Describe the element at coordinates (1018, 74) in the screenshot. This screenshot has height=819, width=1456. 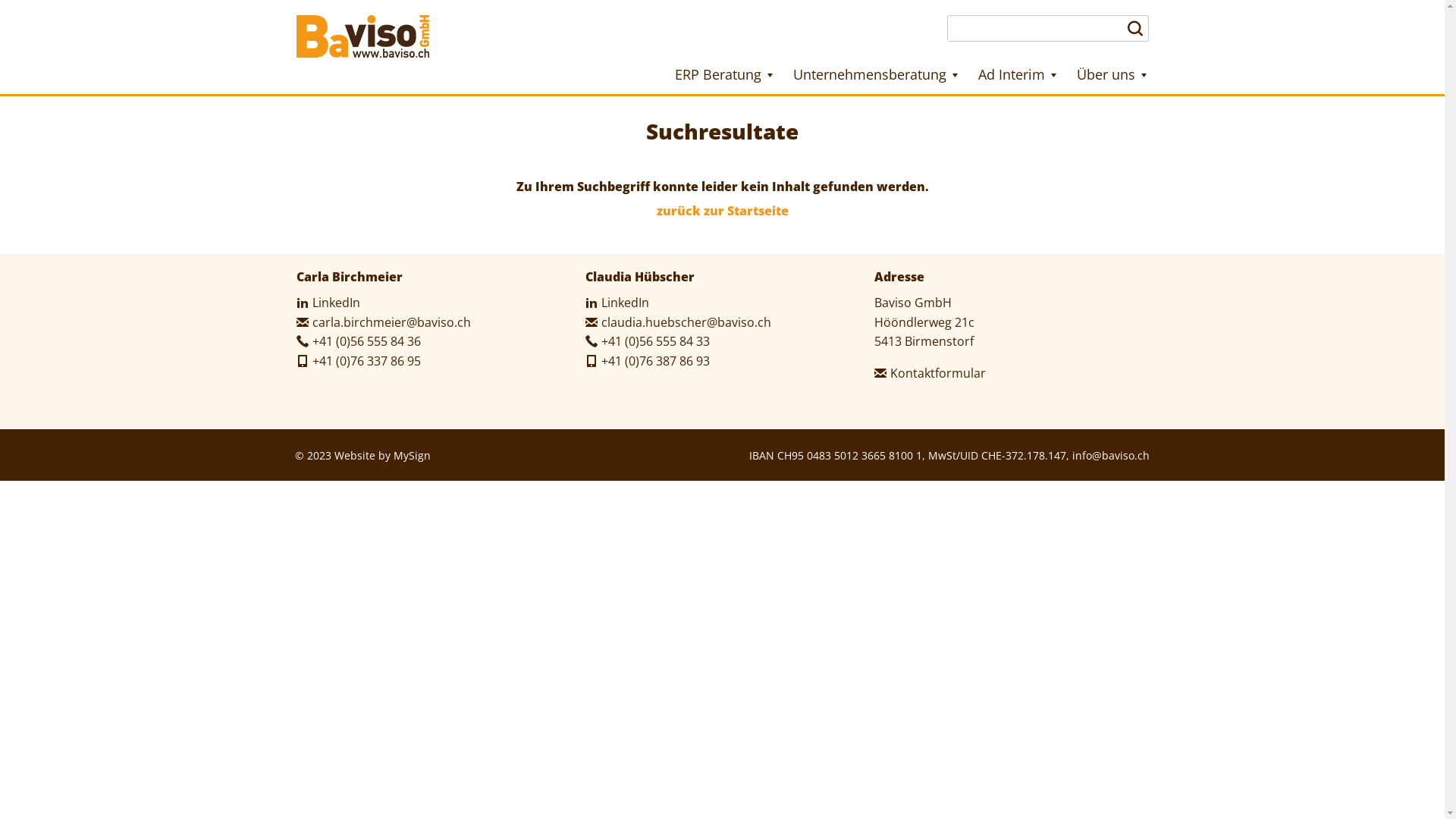
I see `'Ad Interim'` at that location.